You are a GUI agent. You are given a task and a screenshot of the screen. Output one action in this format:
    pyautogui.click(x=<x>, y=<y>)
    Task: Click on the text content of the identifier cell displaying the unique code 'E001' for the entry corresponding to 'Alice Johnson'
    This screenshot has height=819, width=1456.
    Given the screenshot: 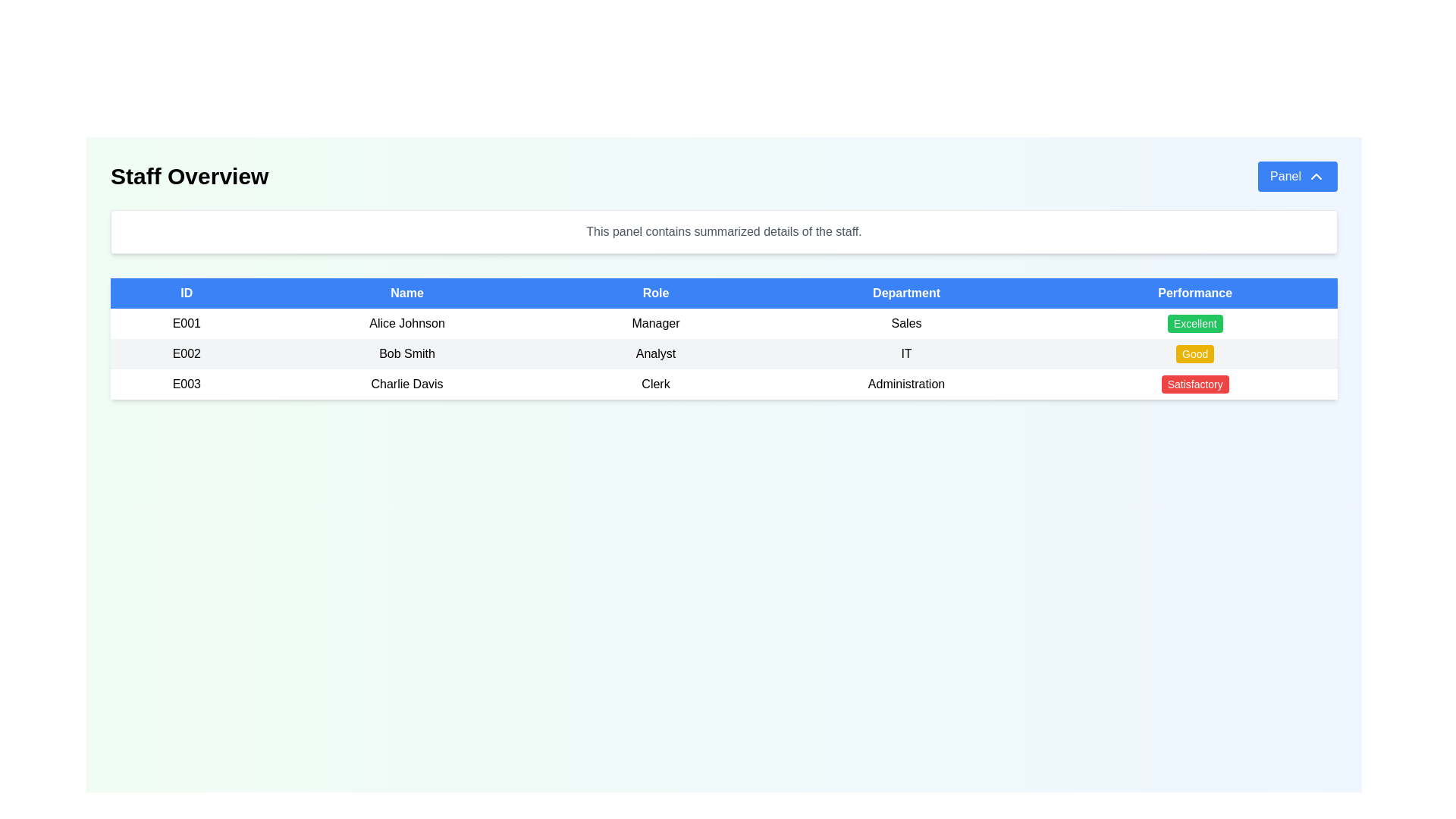 What is the action you would take?
    pyautogui.click(x=186, y=323)
    